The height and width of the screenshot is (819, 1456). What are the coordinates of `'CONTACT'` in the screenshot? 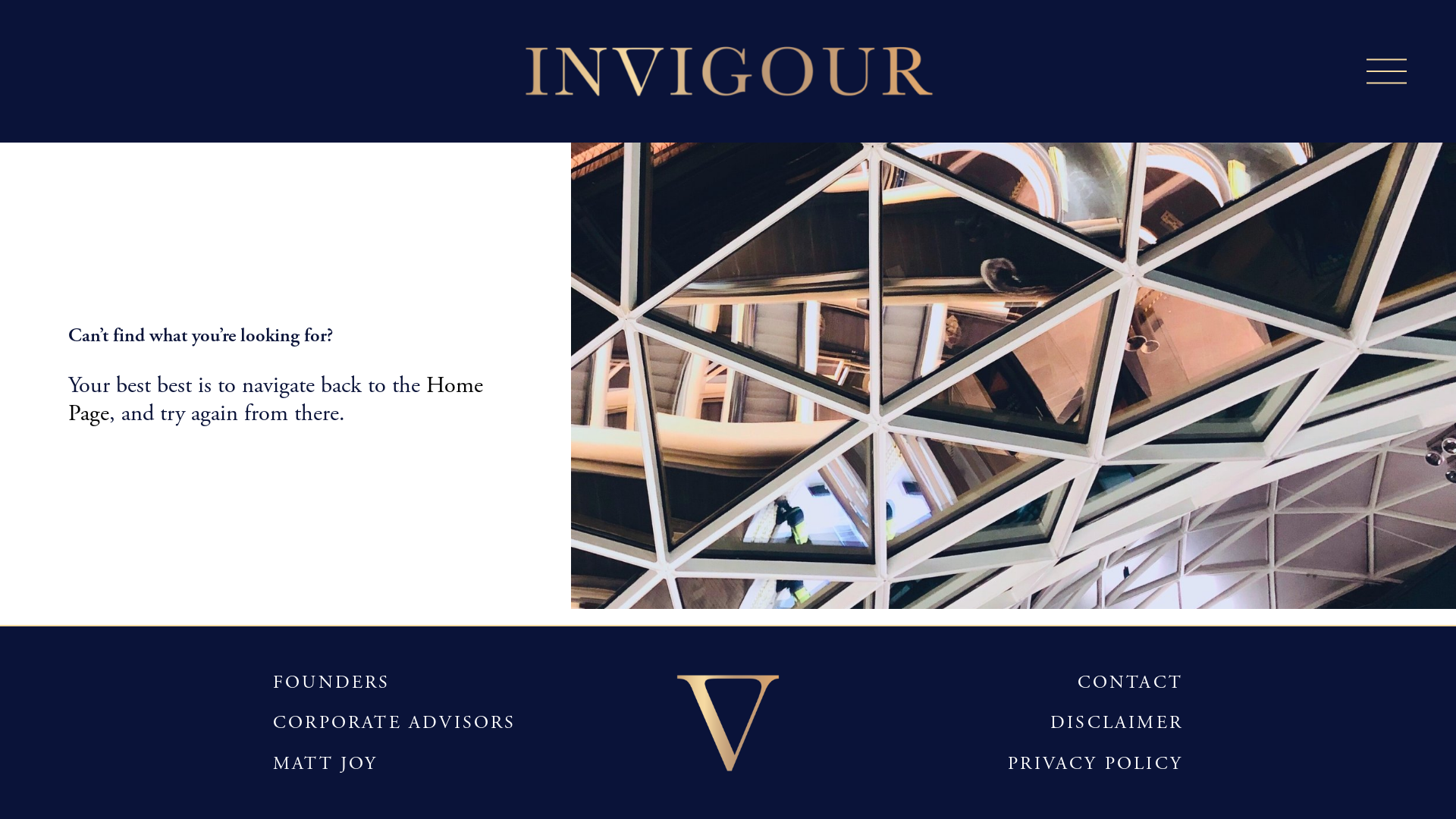 It's located at (1130, 681).